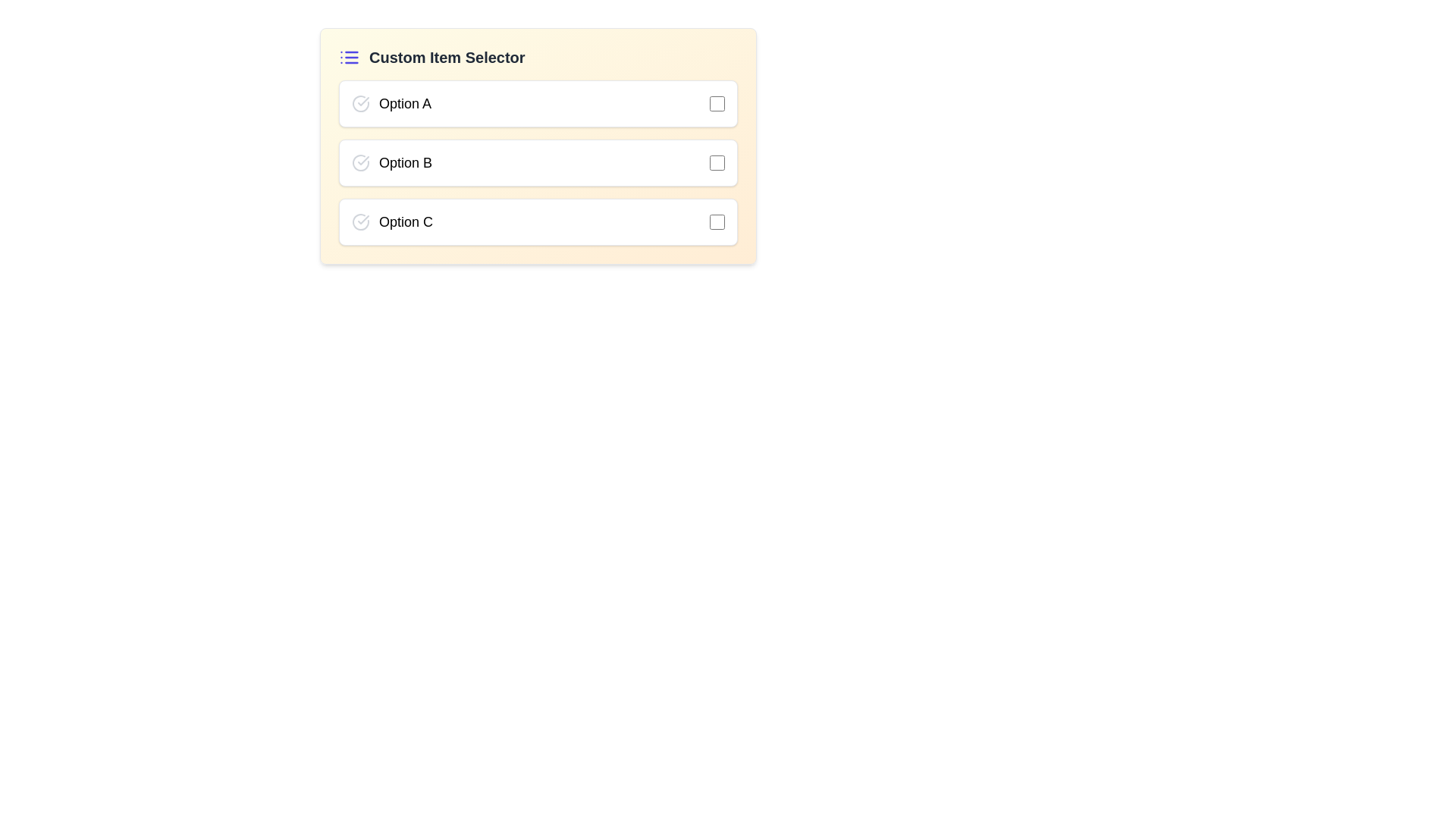 The width and height of the screenshot is (1456, 819). Describe the element at coordinates (359, 163) in the screenshot. I see `the selection indicator icon for 'Option B', which is located to the left of the text label and indicates the active state of this option` at that location.